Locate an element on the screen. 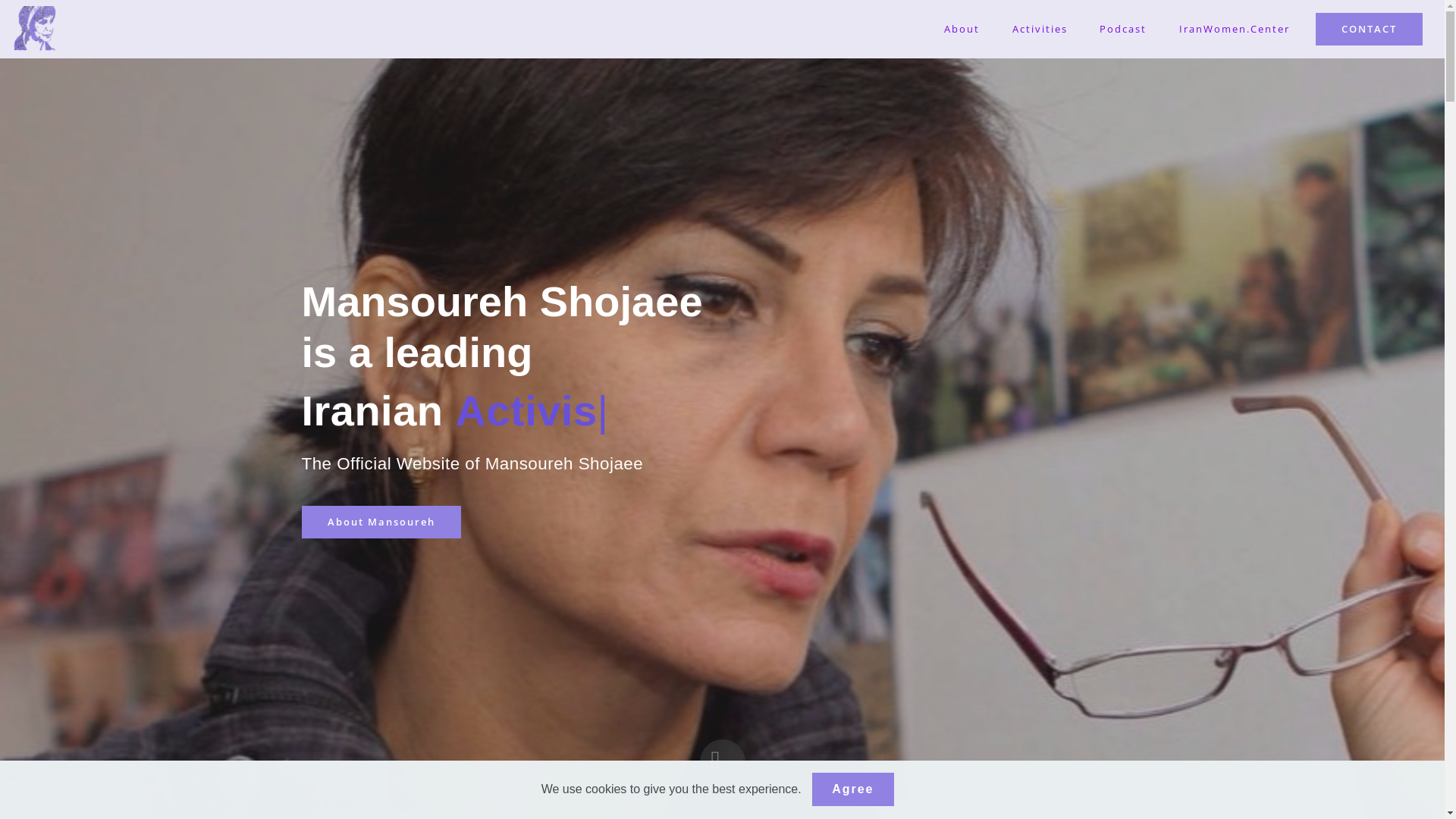 This screenshot has height=819, width=1456. 'Mansoureh Shojaee' is located at coordinates (35, 29).